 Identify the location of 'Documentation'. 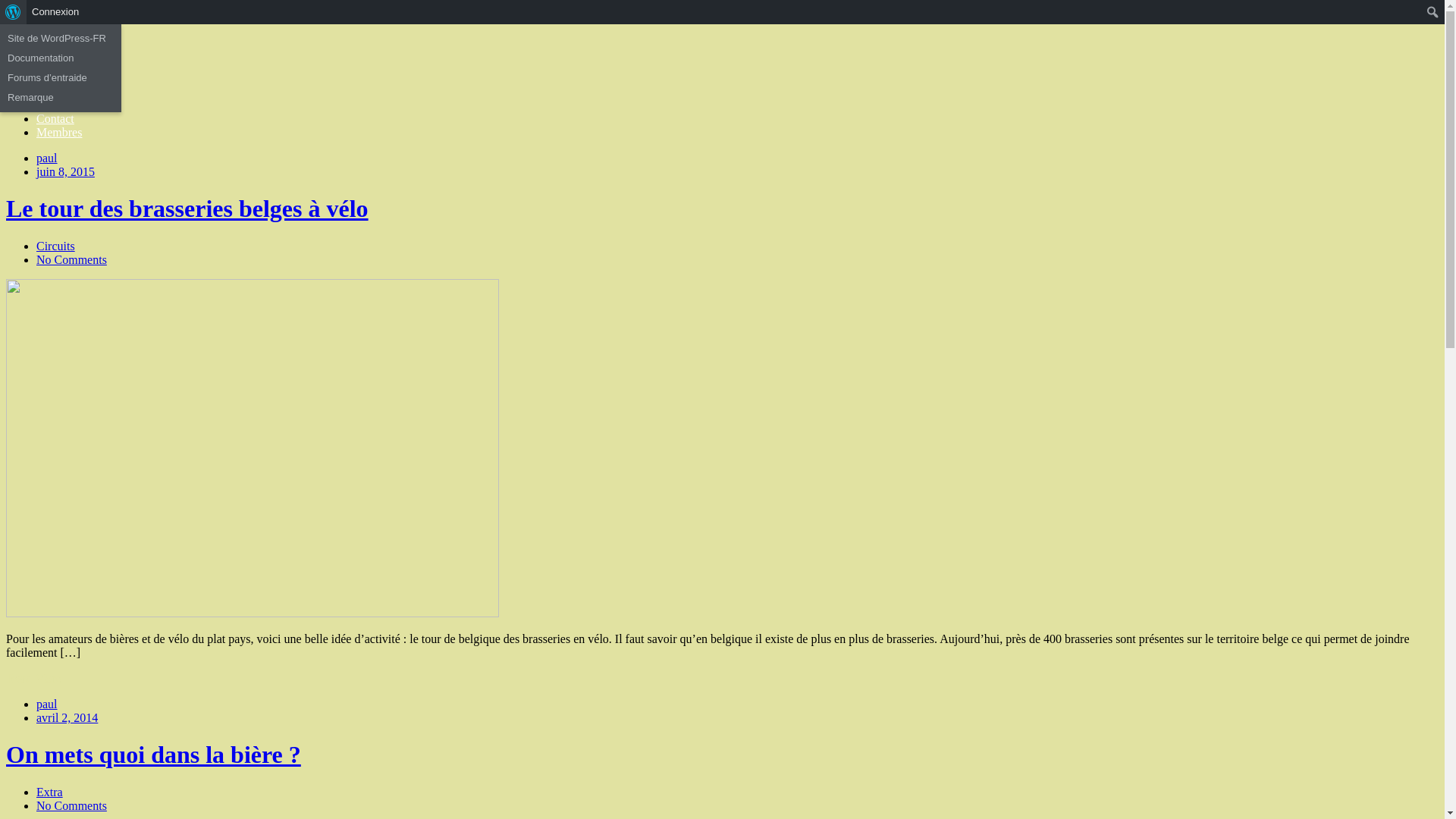
(61, 58).